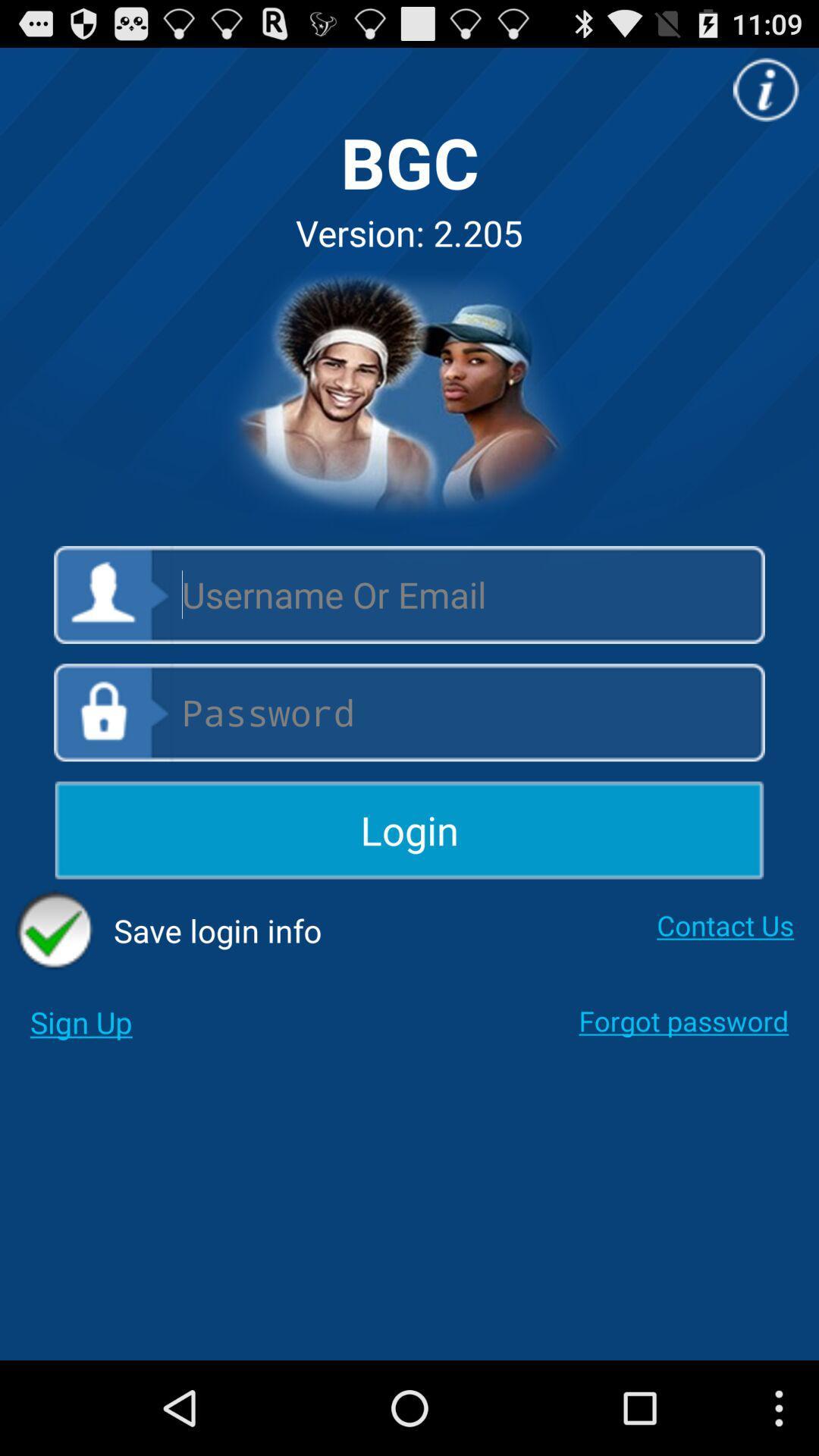 The width and height of the screenshot is (819, 1456). What do you see at coordinates (724, 924) in the screenshot?
I see `the checkbox next to   save login info` at bounding box center [724, 924].